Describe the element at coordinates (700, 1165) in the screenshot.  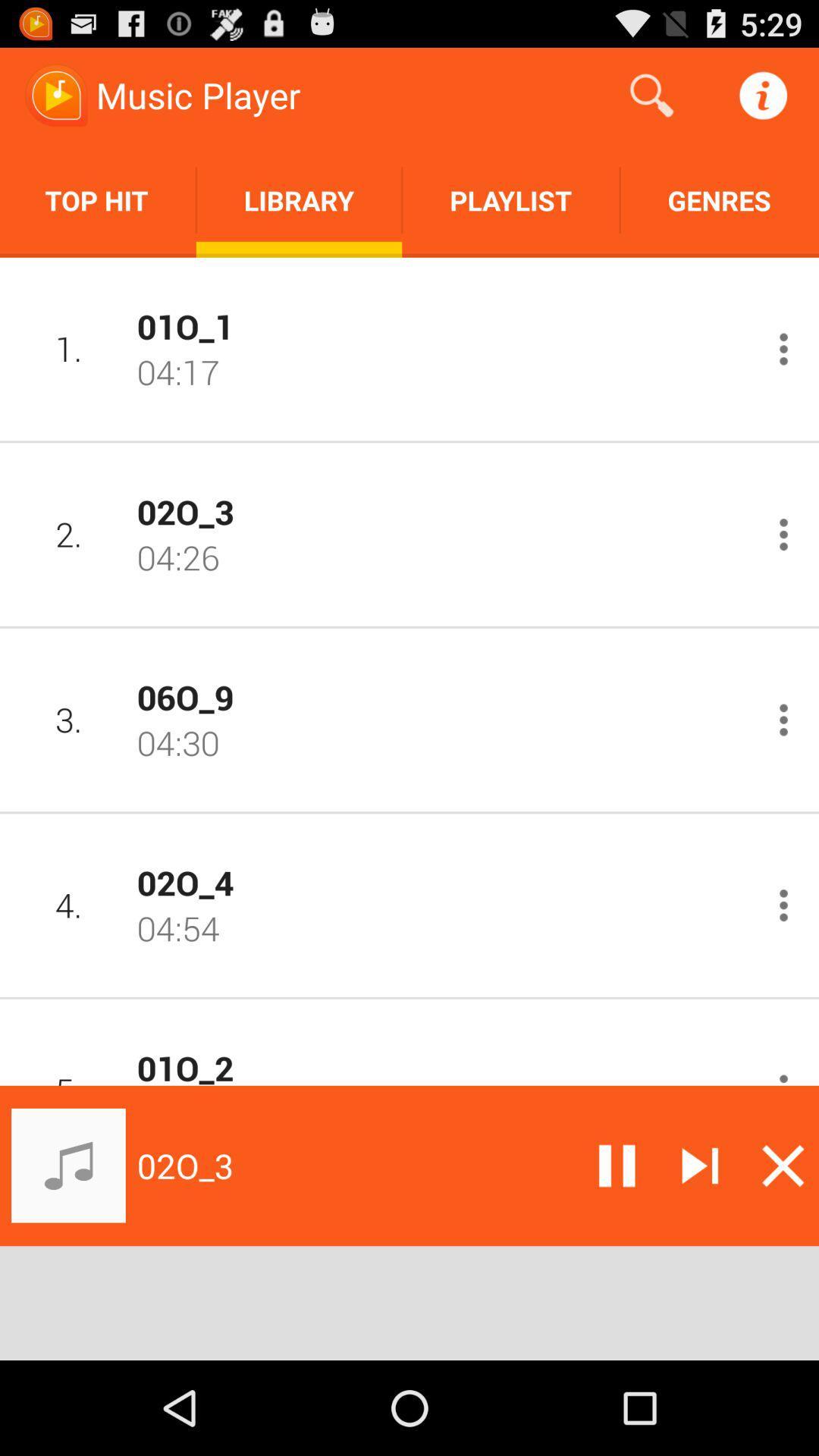
I see `song` at that location.